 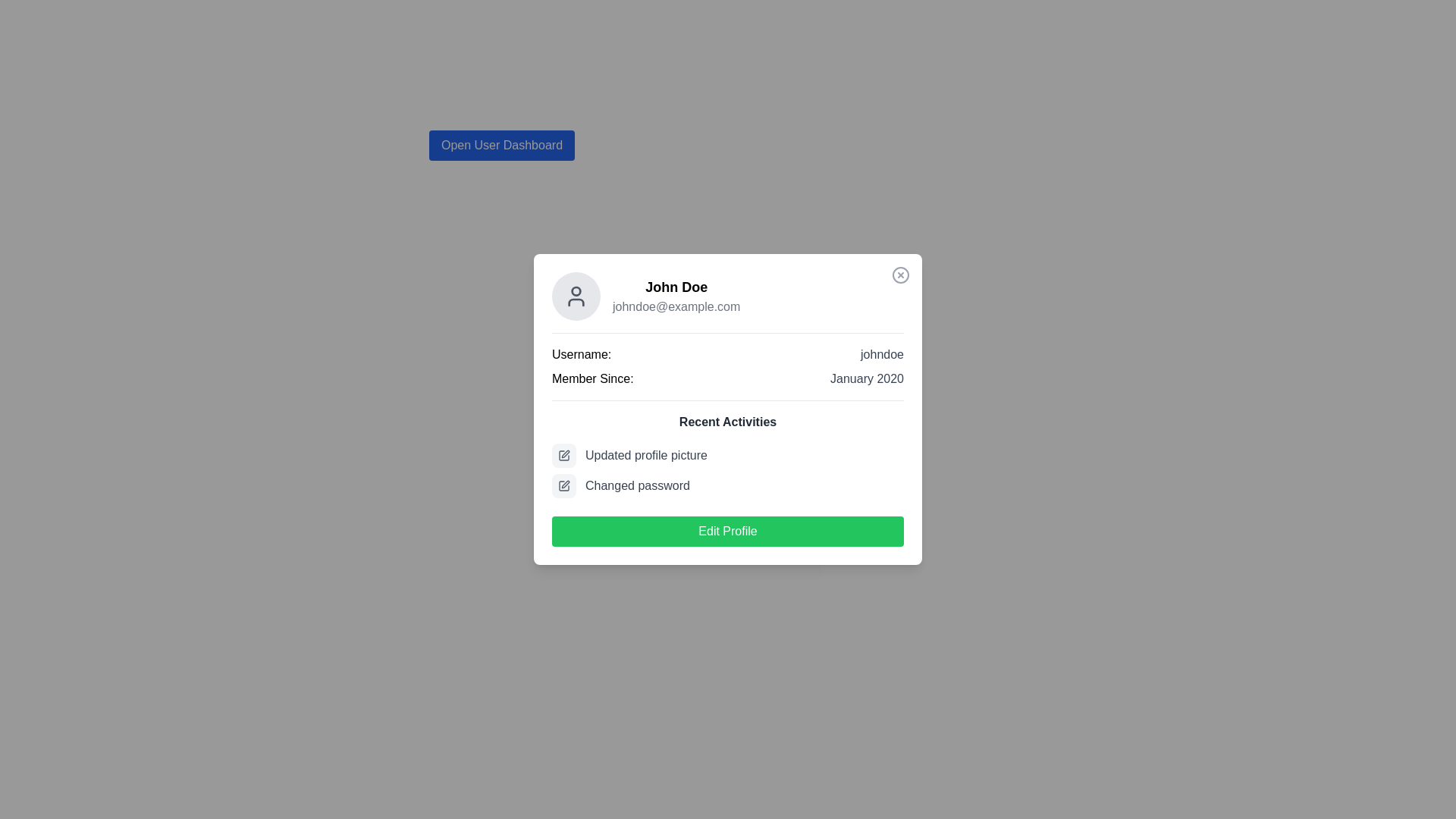 What do you see at coordinates (676, 307) in the screenshot?
I see `the email address 'johndoe@example.com' displayed in gray text within the user profile card, located beneath the username 'John Doe'` at bounding box center [676, 307].